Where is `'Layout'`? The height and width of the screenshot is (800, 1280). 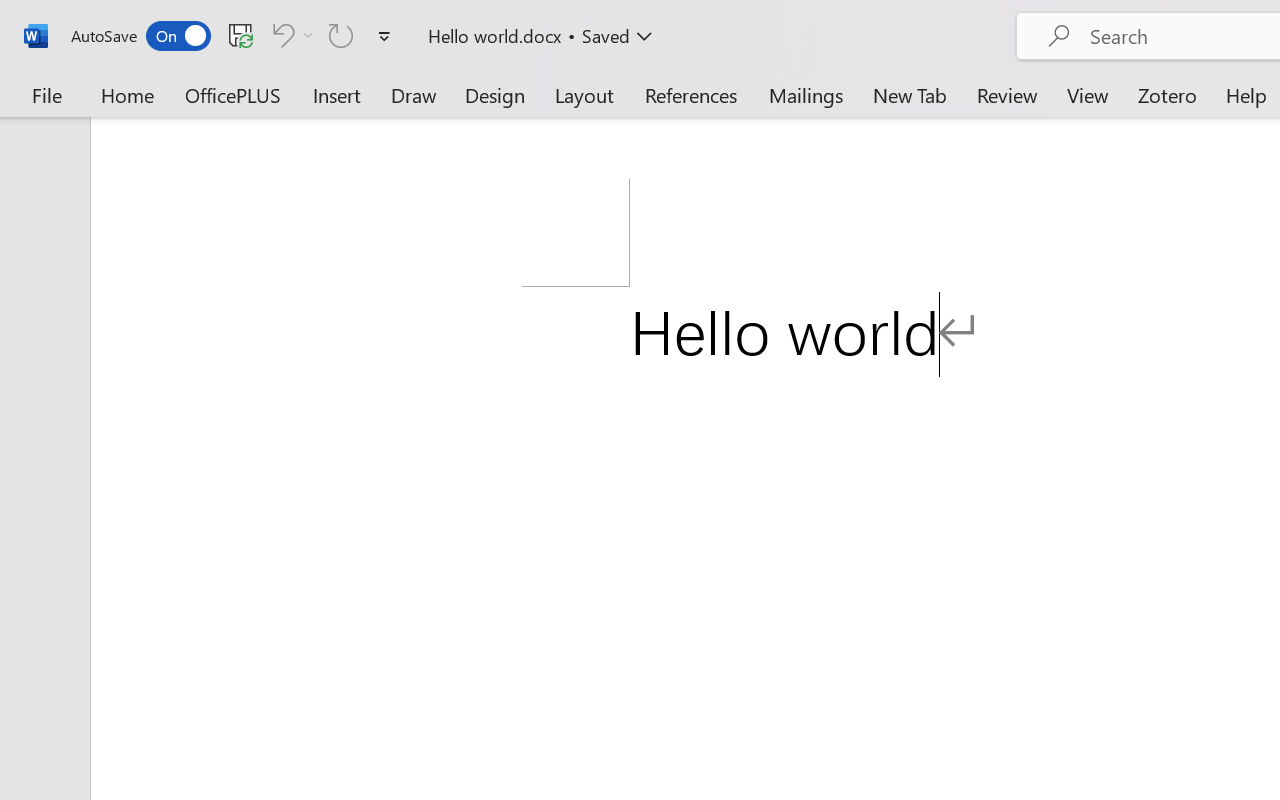 'Layout' is located at coordinates (583, 94).